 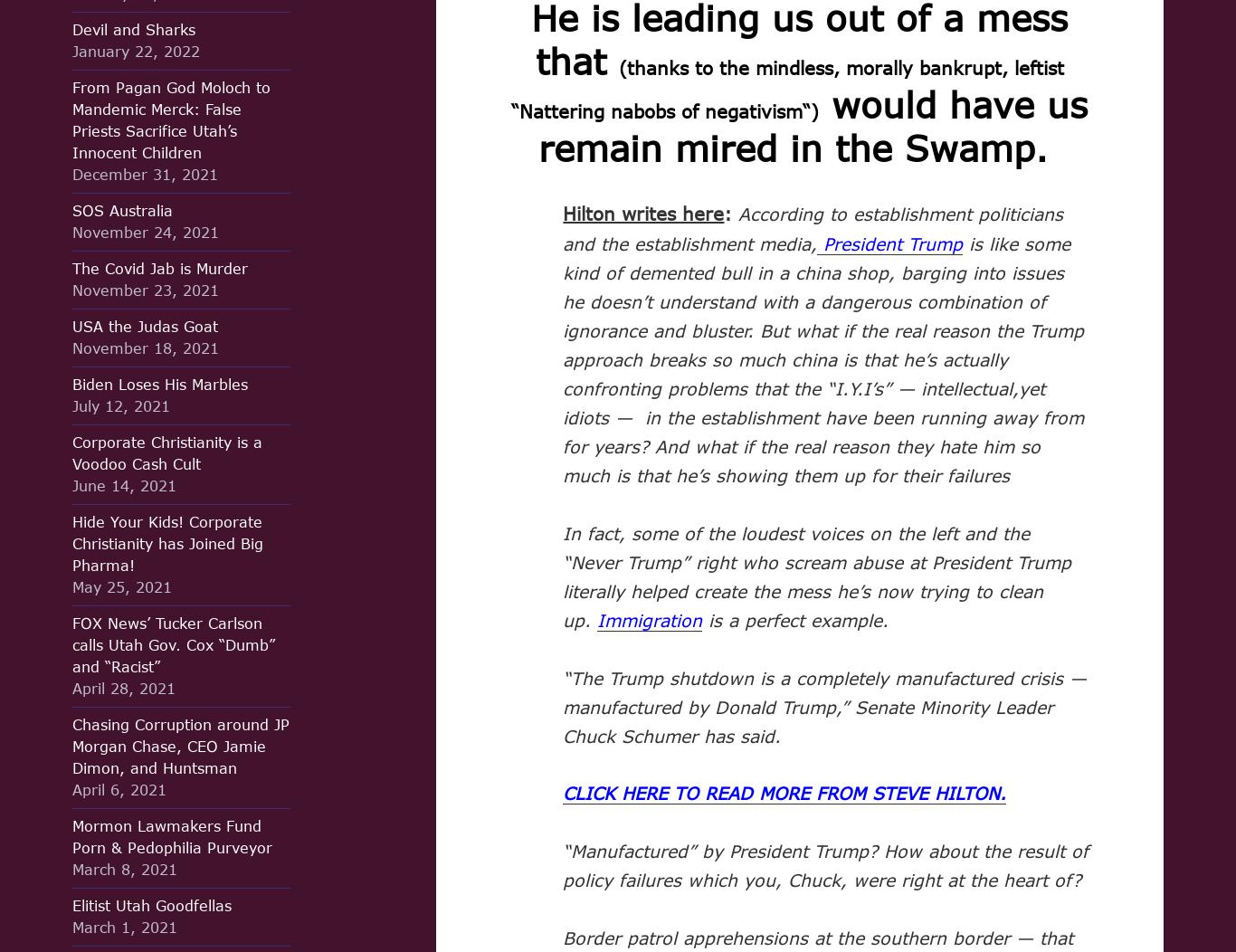 I want to click on 'April 28, 2021', so click(x=123, y=687).